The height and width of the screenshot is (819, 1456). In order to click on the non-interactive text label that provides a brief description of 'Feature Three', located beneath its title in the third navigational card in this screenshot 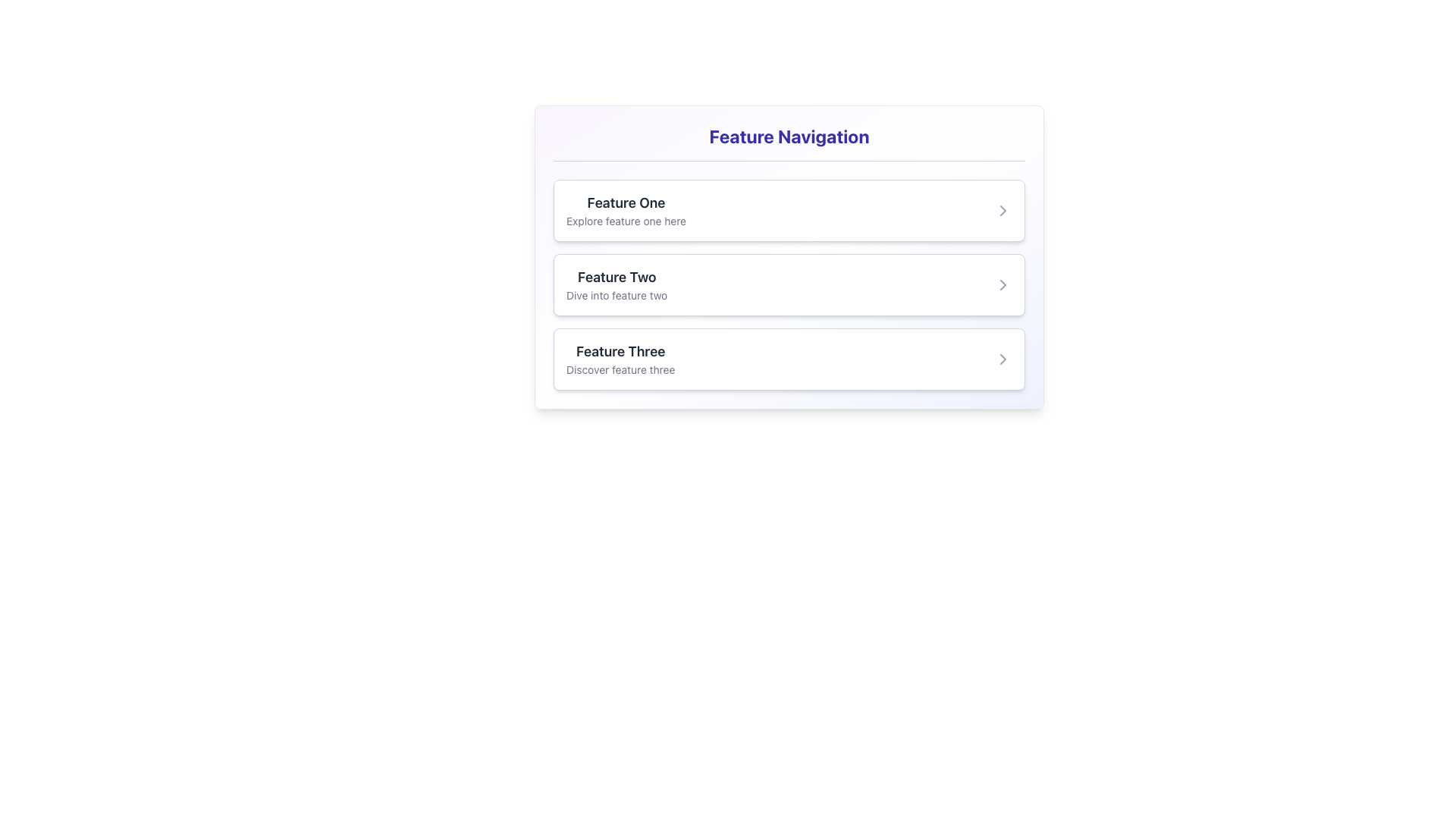, I will do `click(620, 370)`.